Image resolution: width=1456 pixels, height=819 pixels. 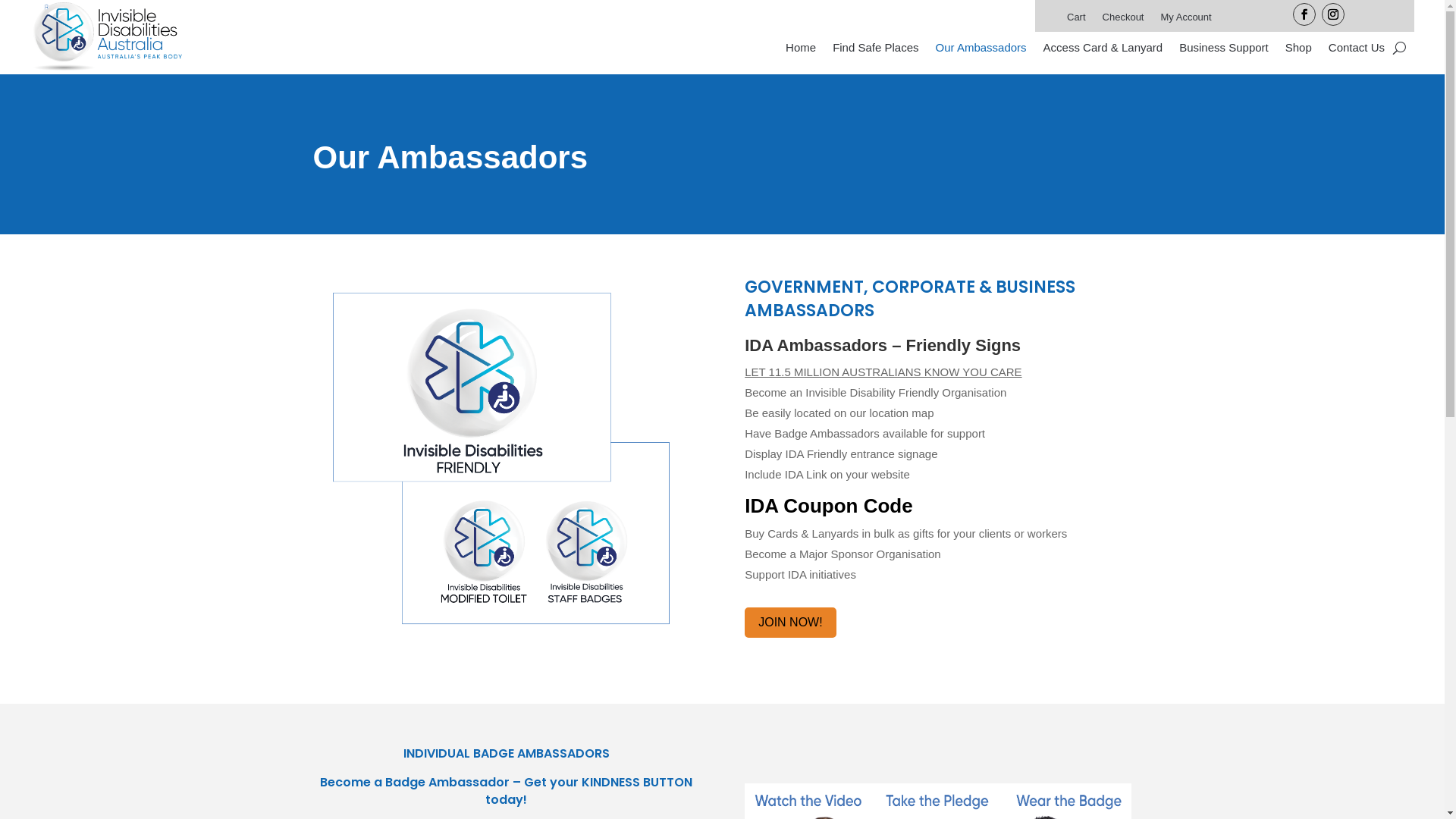 I want to click on 'Shop', so click(x=1298, y=49).